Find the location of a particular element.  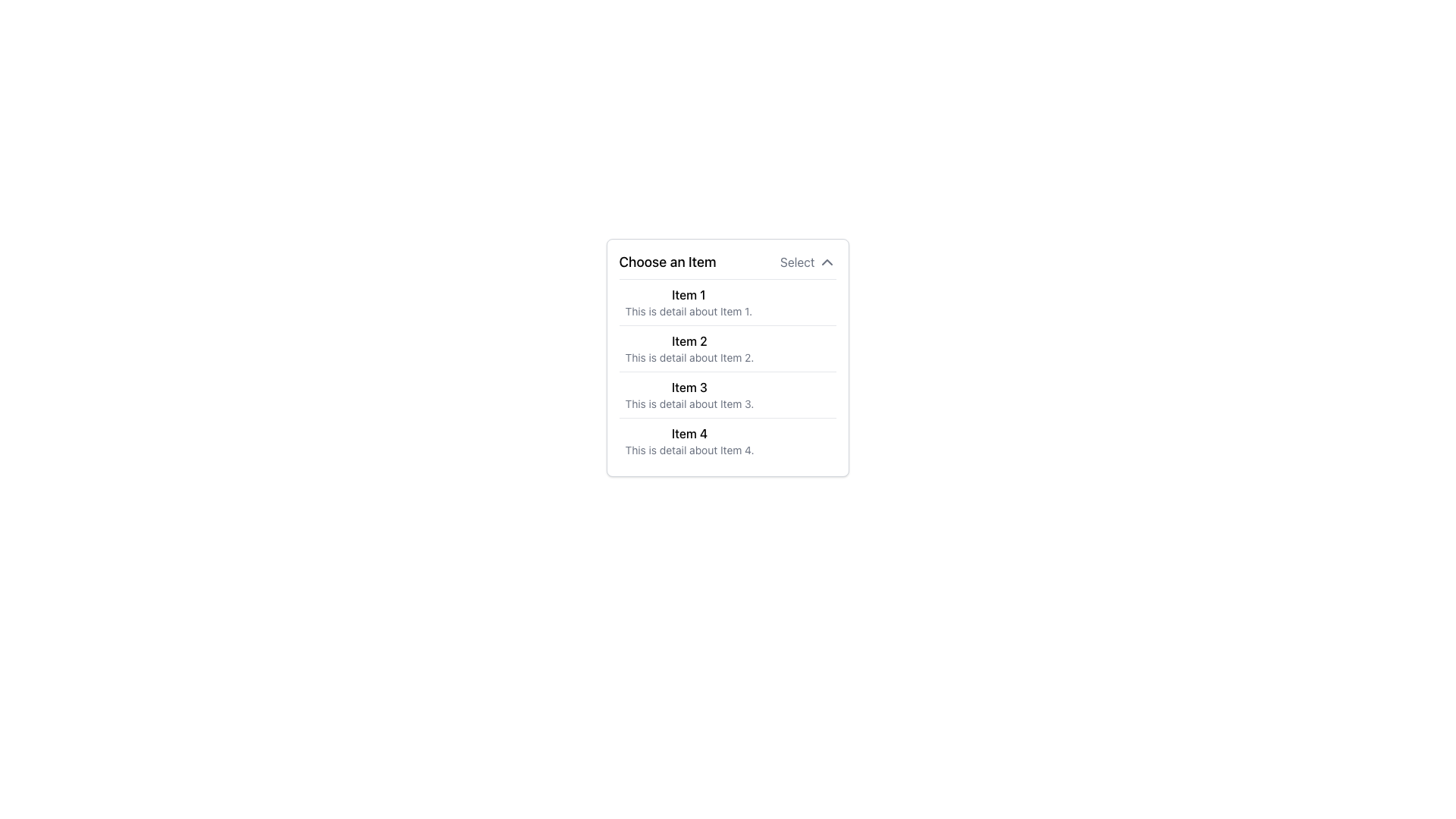

the text label representing 'Item 4' in the dropdown menu is located at coordinates (689, 433).